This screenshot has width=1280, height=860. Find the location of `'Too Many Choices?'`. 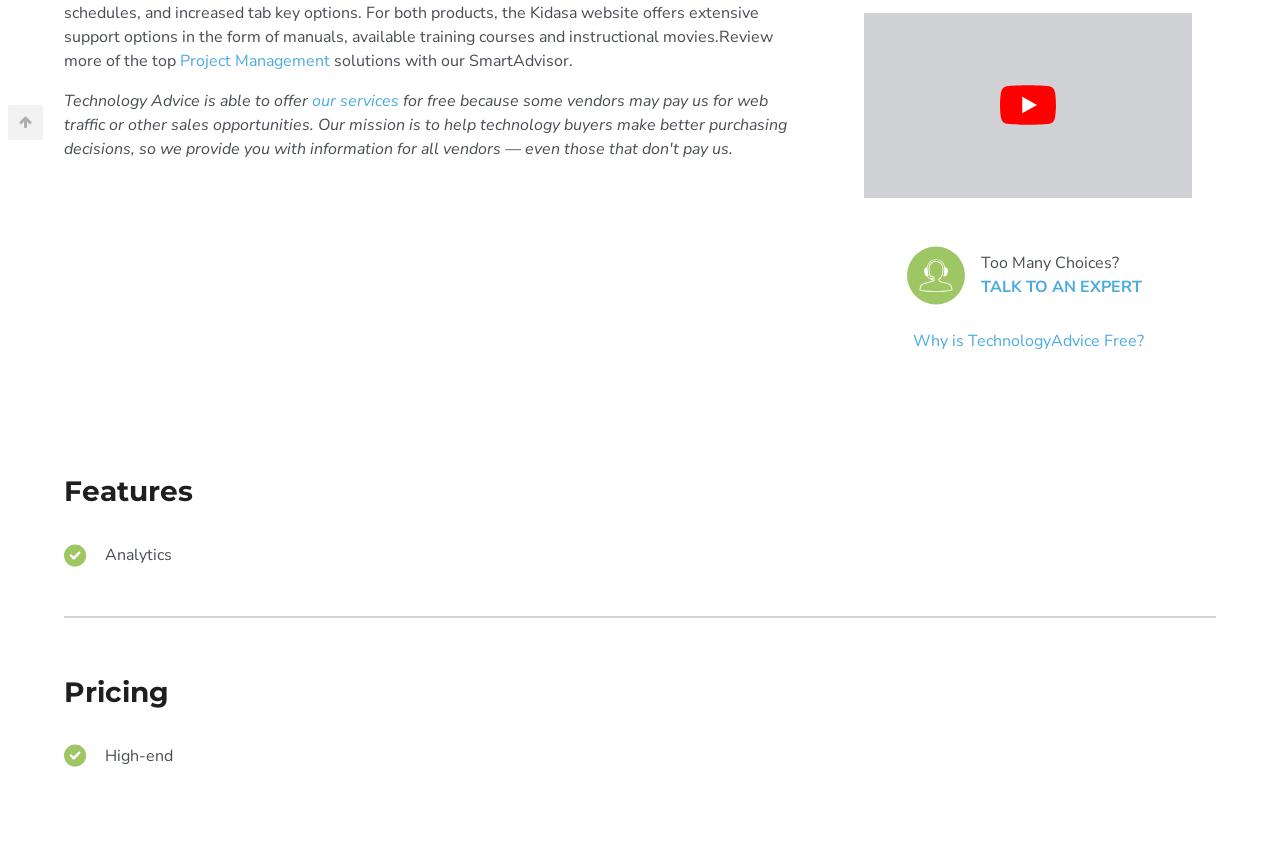

'Too Many Choices?' is located at coordinates (1047, 262).